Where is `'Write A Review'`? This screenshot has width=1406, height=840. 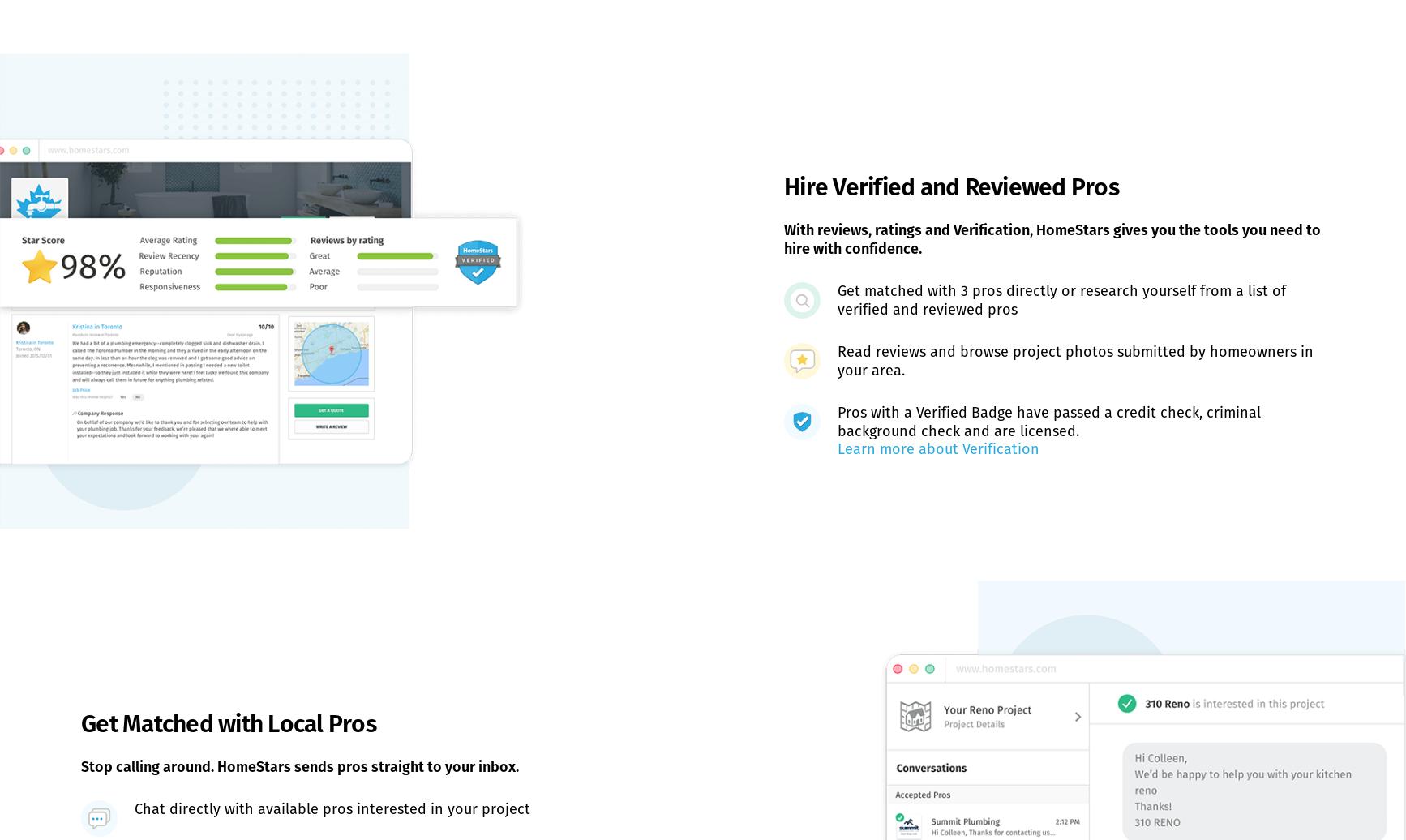 'Write A Review' is located at coordinates (209, 602).